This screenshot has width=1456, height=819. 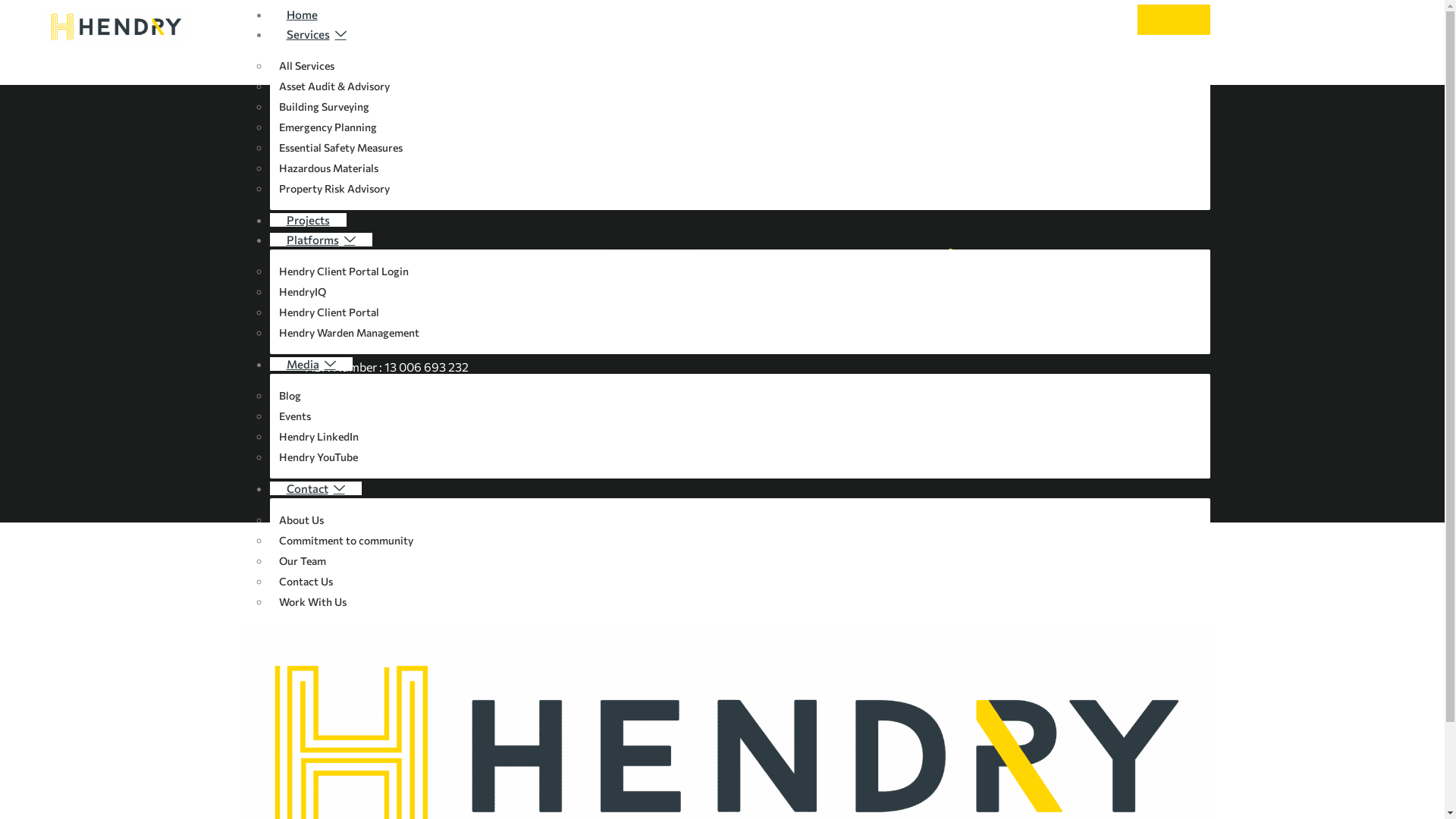 I want to click on 'Emergency Planning', so click(x=327, y=126).